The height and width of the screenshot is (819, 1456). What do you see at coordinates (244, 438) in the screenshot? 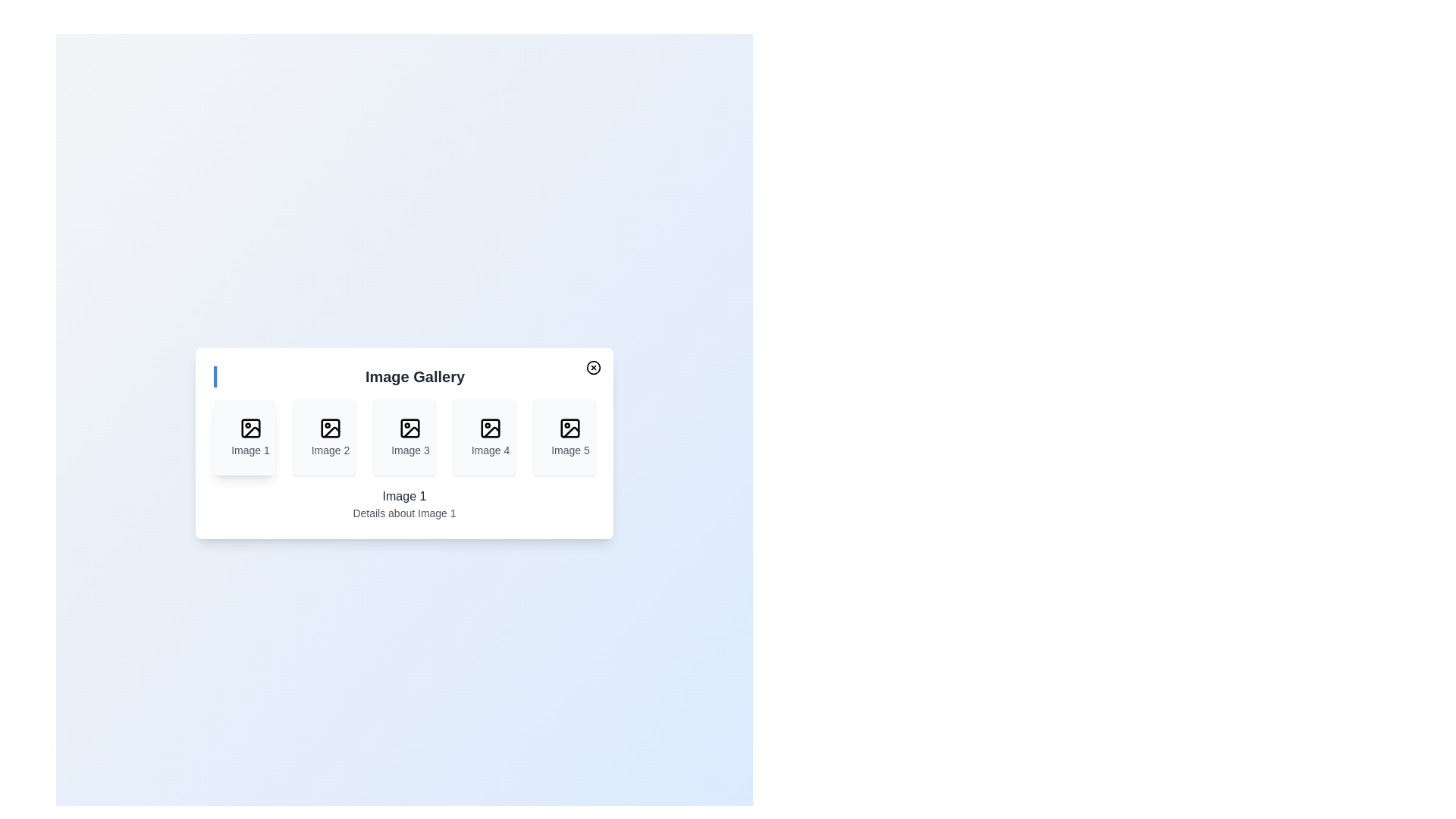
I see `the image thumbnail corresponding to 1` at bounding box center [244, 438].